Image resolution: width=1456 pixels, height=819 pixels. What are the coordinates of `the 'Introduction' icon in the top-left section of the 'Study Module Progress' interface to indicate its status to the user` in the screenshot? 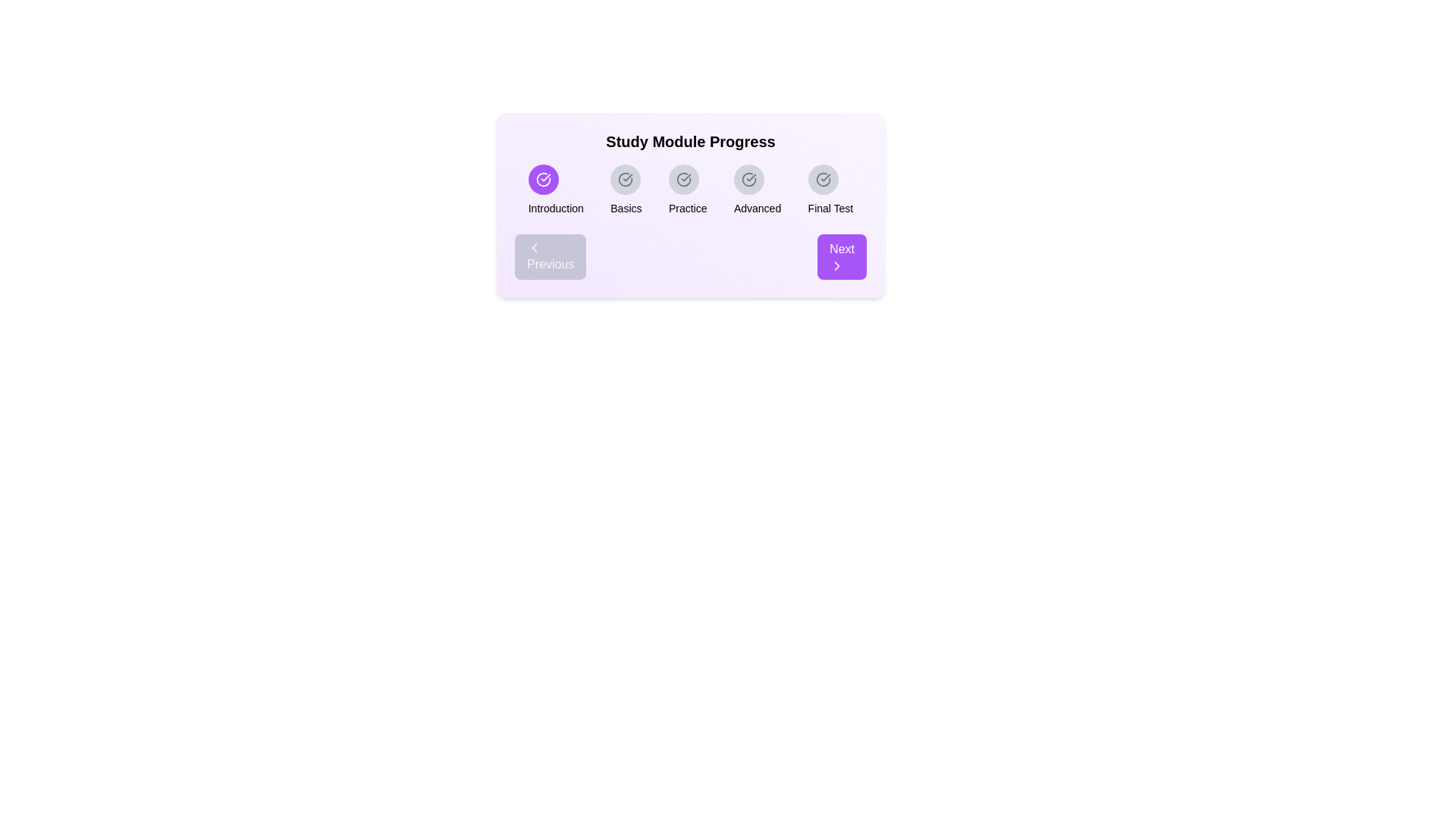 It's located at (543, 178).